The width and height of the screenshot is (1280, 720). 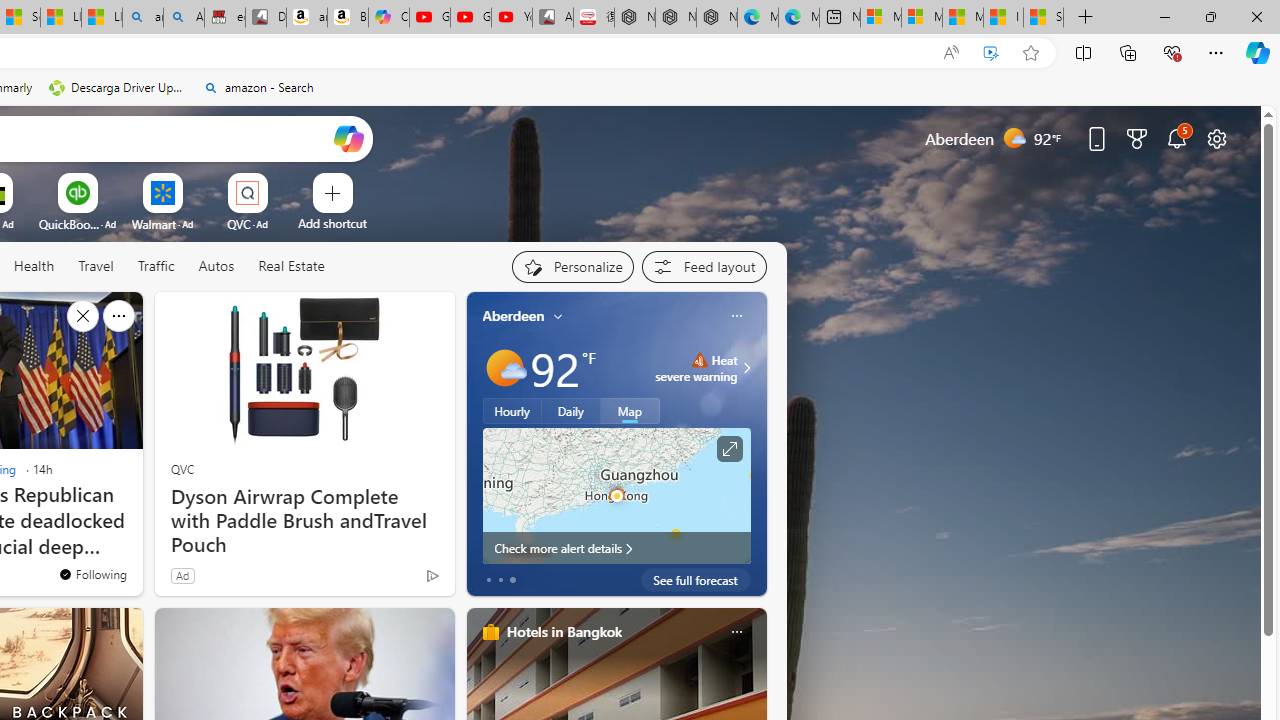 I want to click on 'More options', so click(x=735, y=631).